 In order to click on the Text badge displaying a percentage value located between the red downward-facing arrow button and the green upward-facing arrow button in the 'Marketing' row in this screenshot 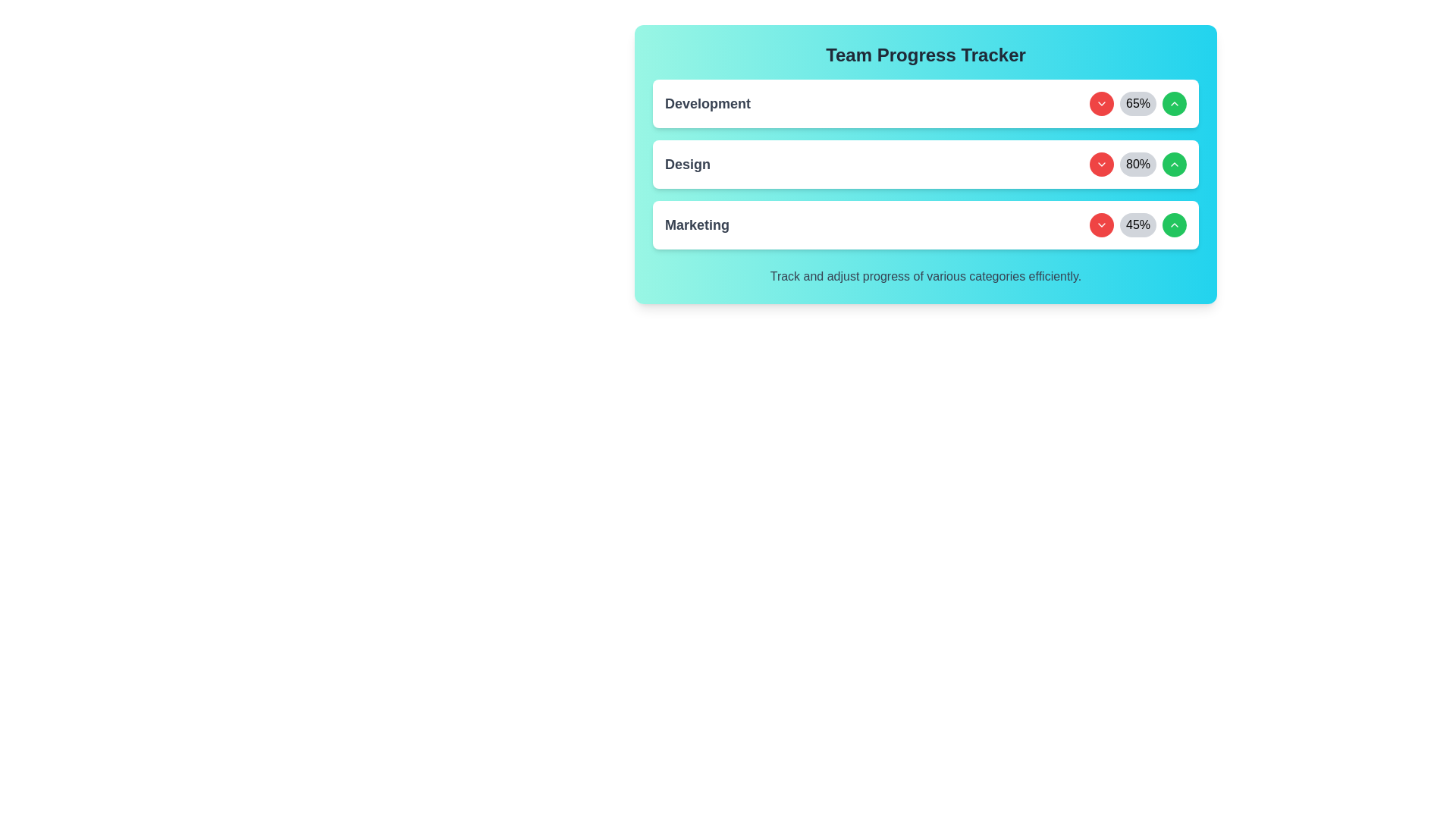, I will do `click(1138, 225)`.